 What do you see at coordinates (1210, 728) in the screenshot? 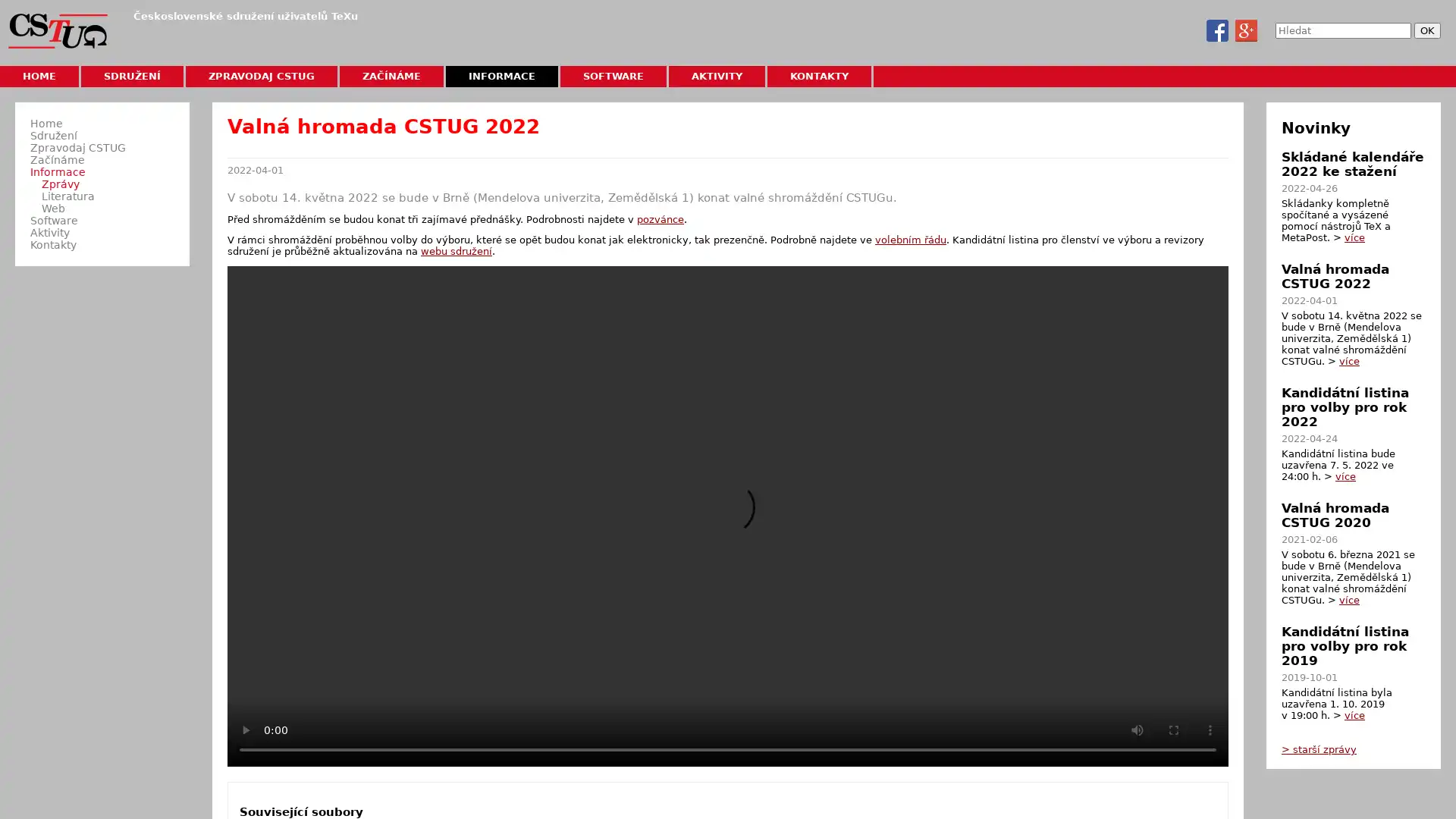
I see `show more media controls` at bounding box center [1210, 728].